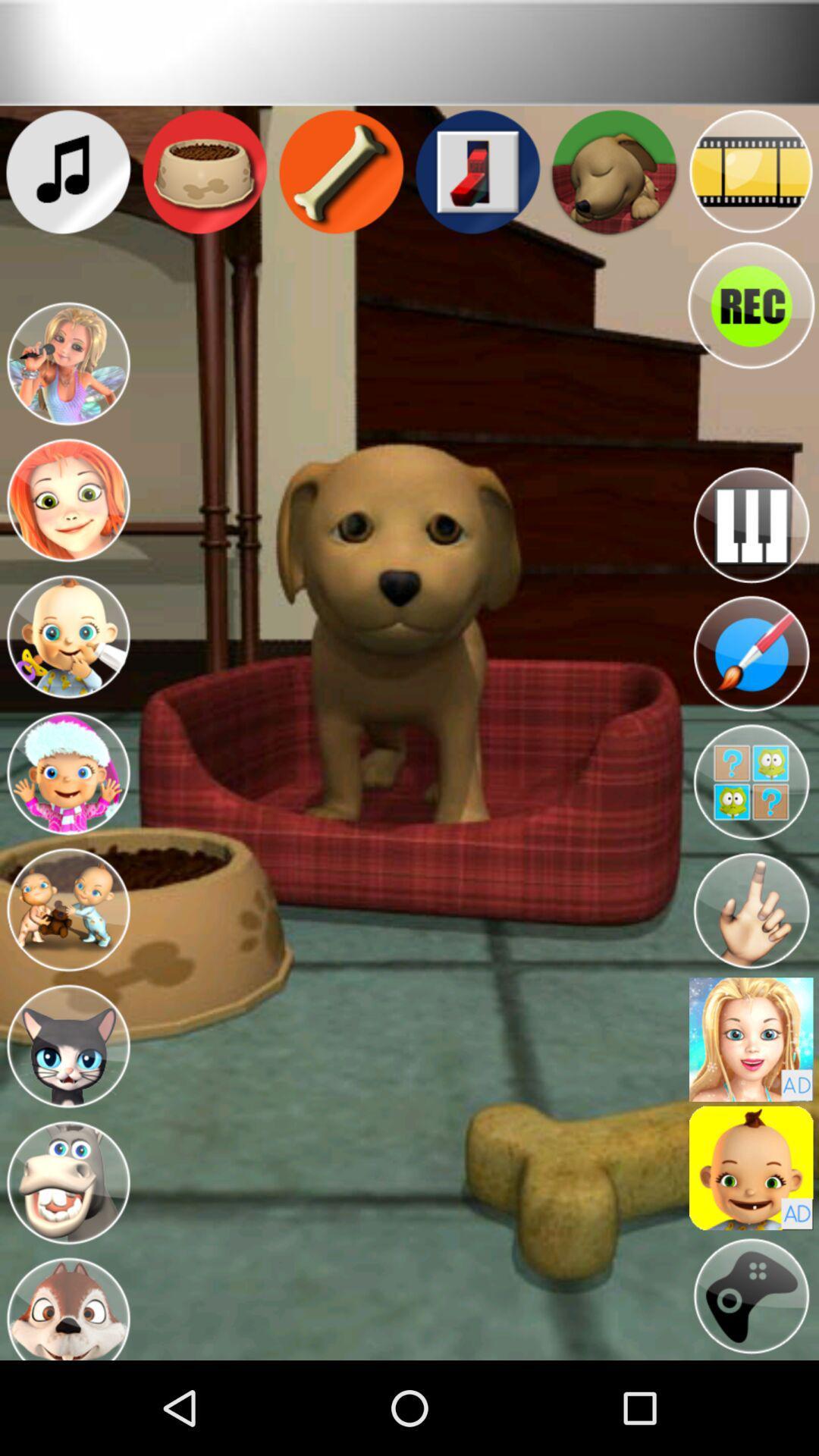 This screenshot has height=1456, width=819. Describe the element at coordinates (67, 500) in the screenshot. I see `smile at the dog` at that location.